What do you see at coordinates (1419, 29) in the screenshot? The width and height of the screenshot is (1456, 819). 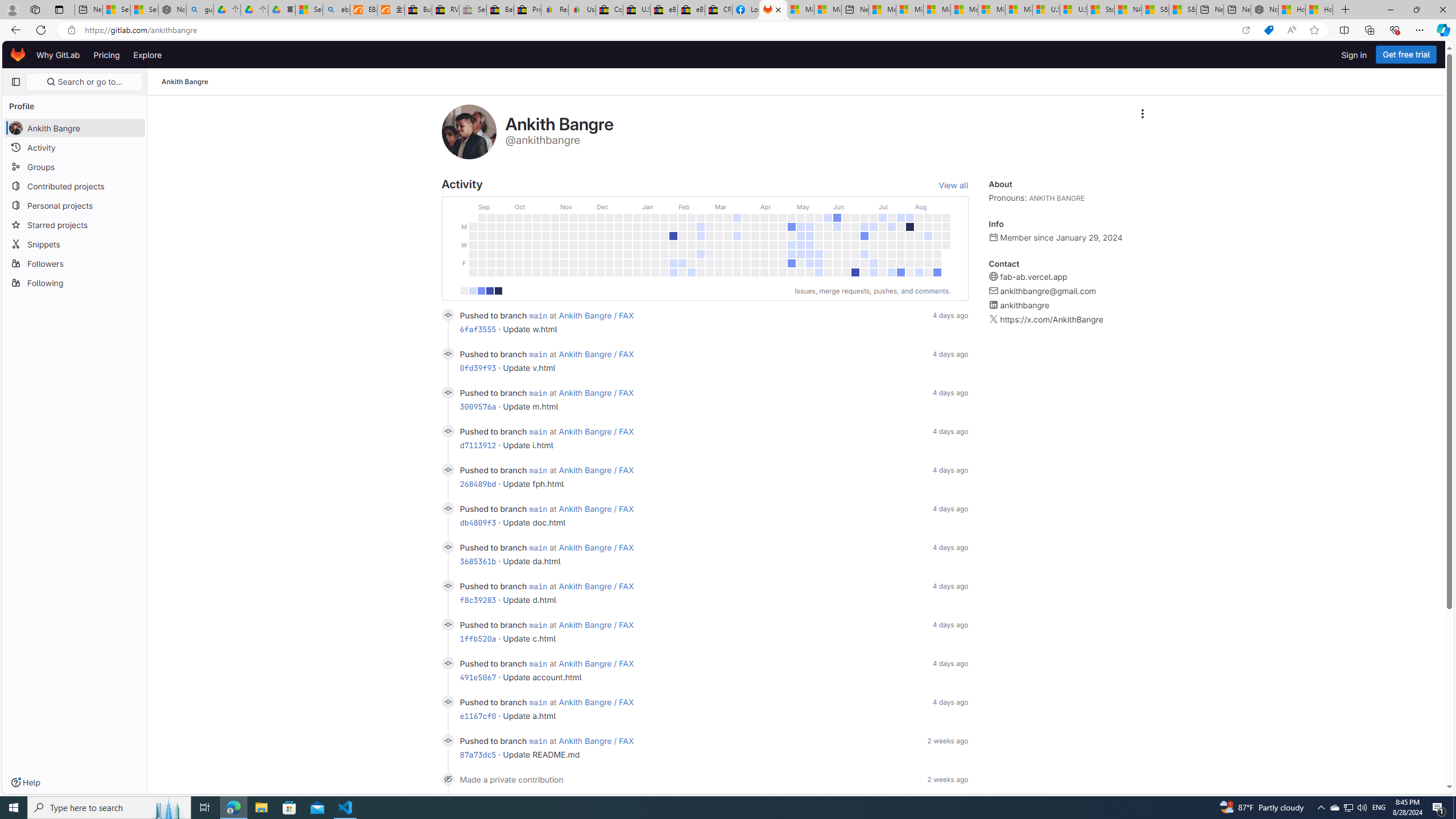 I see `'Settings and more (Alt+F)'` at bounding box center [1419, 29].